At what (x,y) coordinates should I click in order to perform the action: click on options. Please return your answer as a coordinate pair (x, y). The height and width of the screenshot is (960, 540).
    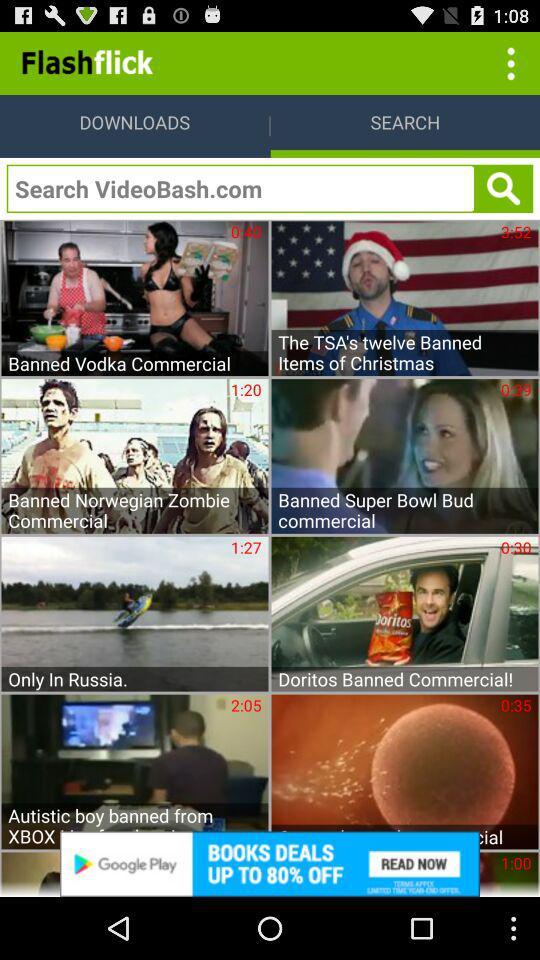
    Looking at the image, I should click on (508, 62).